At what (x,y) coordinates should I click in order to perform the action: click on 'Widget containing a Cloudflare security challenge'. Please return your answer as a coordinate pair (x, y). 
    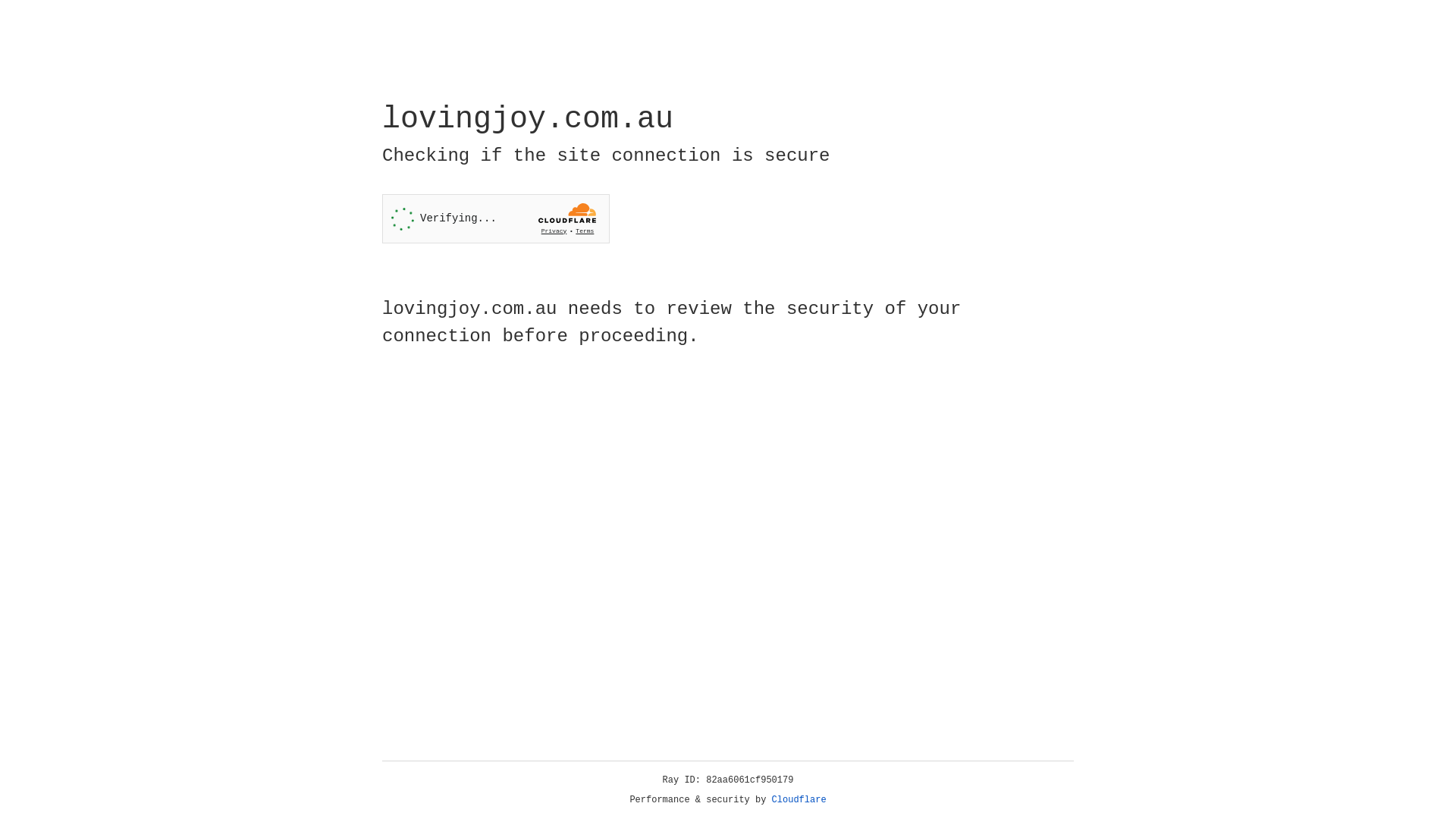
    Looking at the image, I should click on (495, 218).